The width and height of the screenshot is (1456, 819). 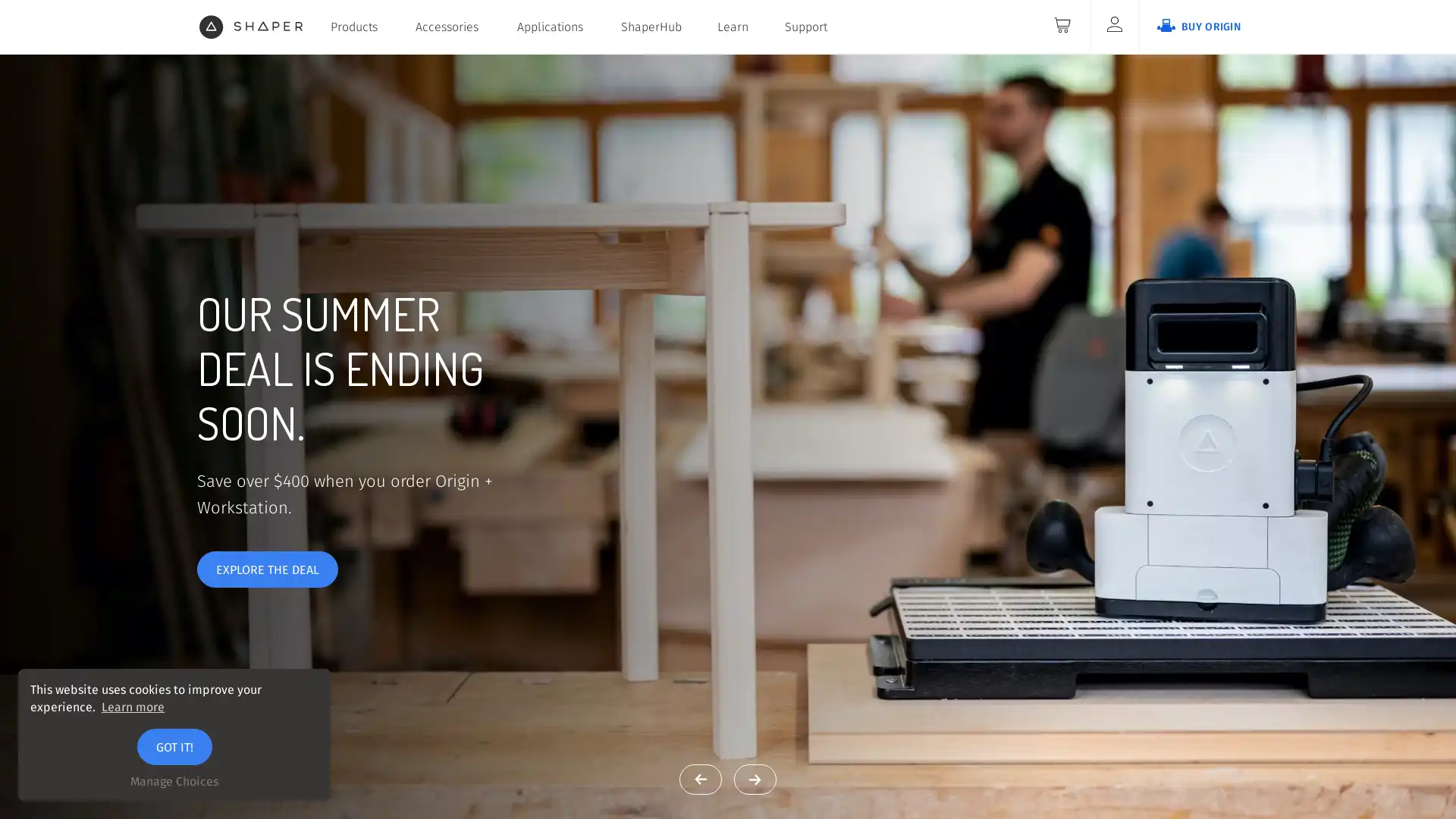 What do you see at coordinates (174, 781) in the screenshot?
I see `Manage Choices` at bounding box center [174, 781].